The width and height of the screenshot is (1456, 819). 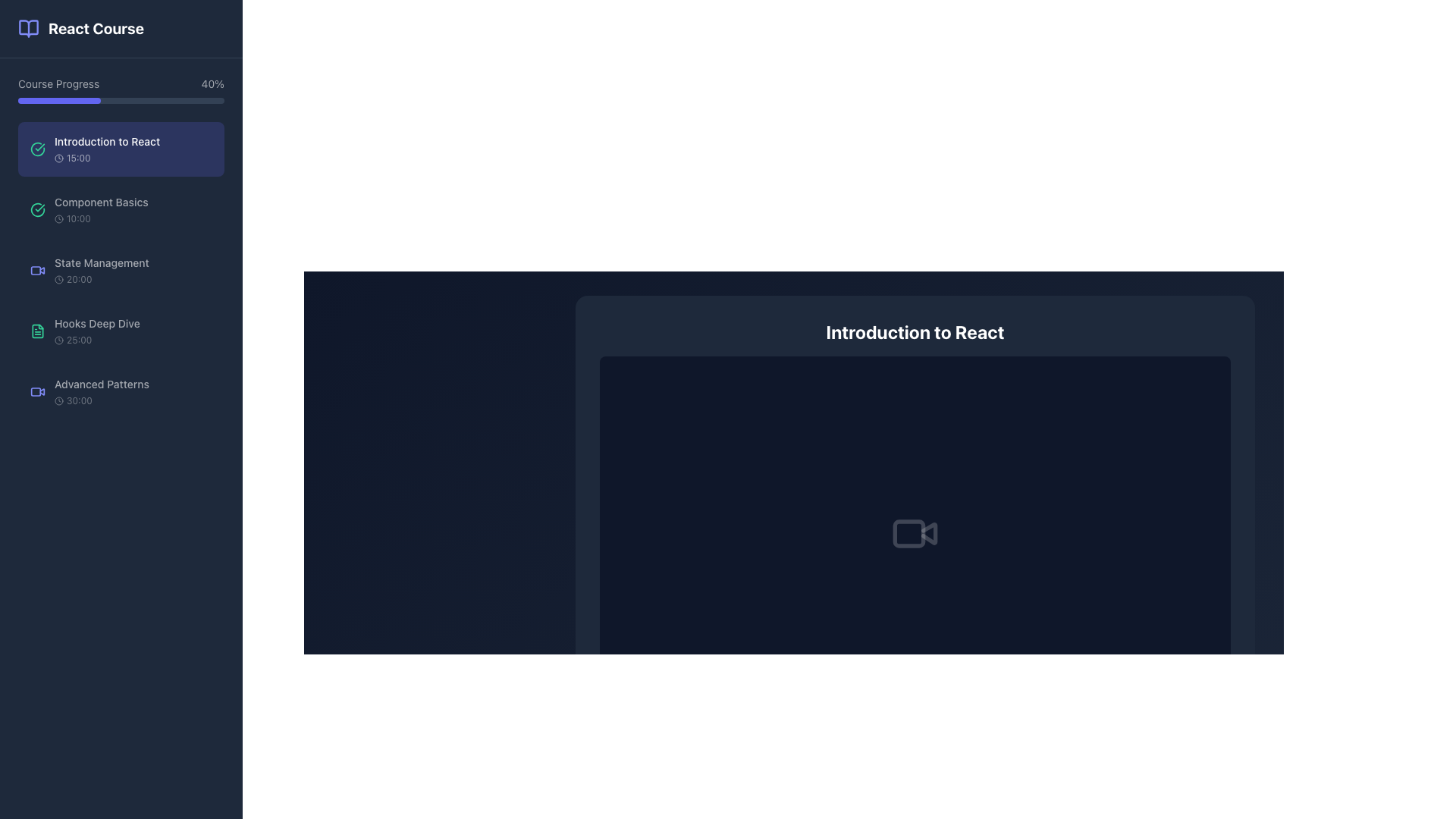 I want to click on the 'State Management' text label, so click(x=133, y=262).